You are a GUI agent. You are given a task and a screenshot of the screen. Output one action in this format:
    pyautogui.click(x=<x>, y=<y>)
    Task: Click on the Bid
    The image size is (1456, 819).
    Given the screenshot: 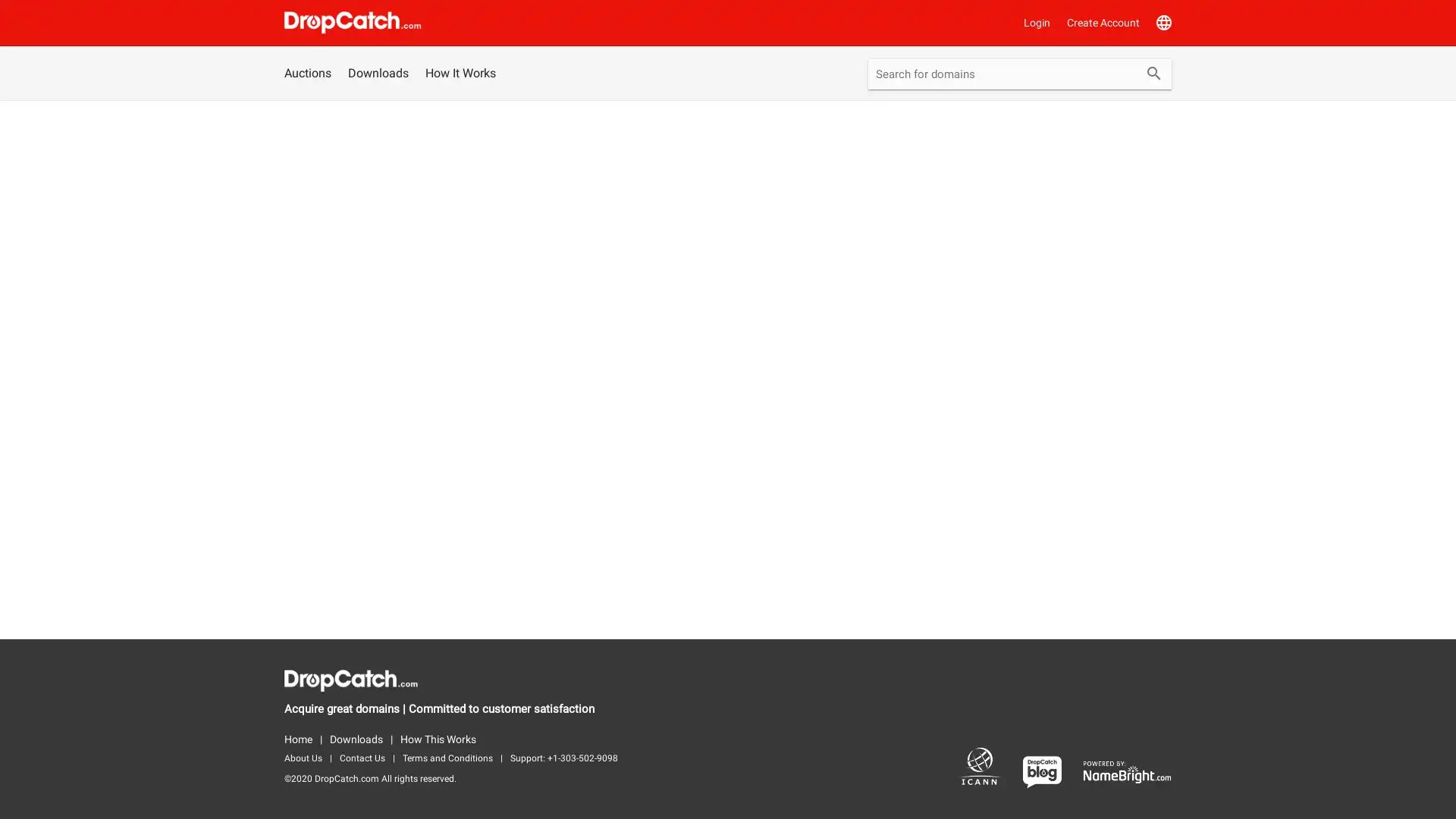 What is the action you would take?
    pyautogui.click(x=1139, y=610)
    